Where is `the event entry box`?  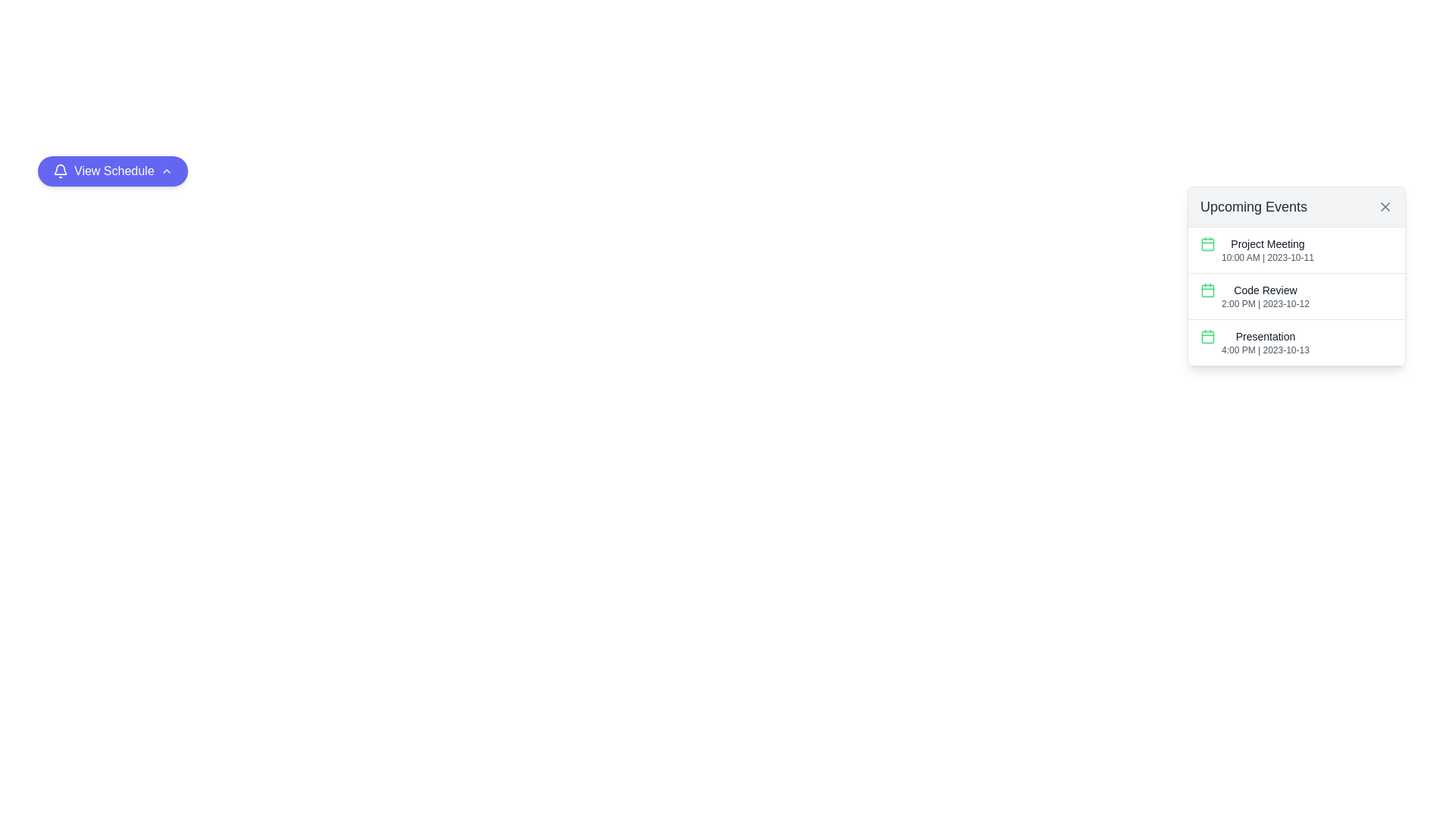 the event entry box is located at coordinates (1267, 249).